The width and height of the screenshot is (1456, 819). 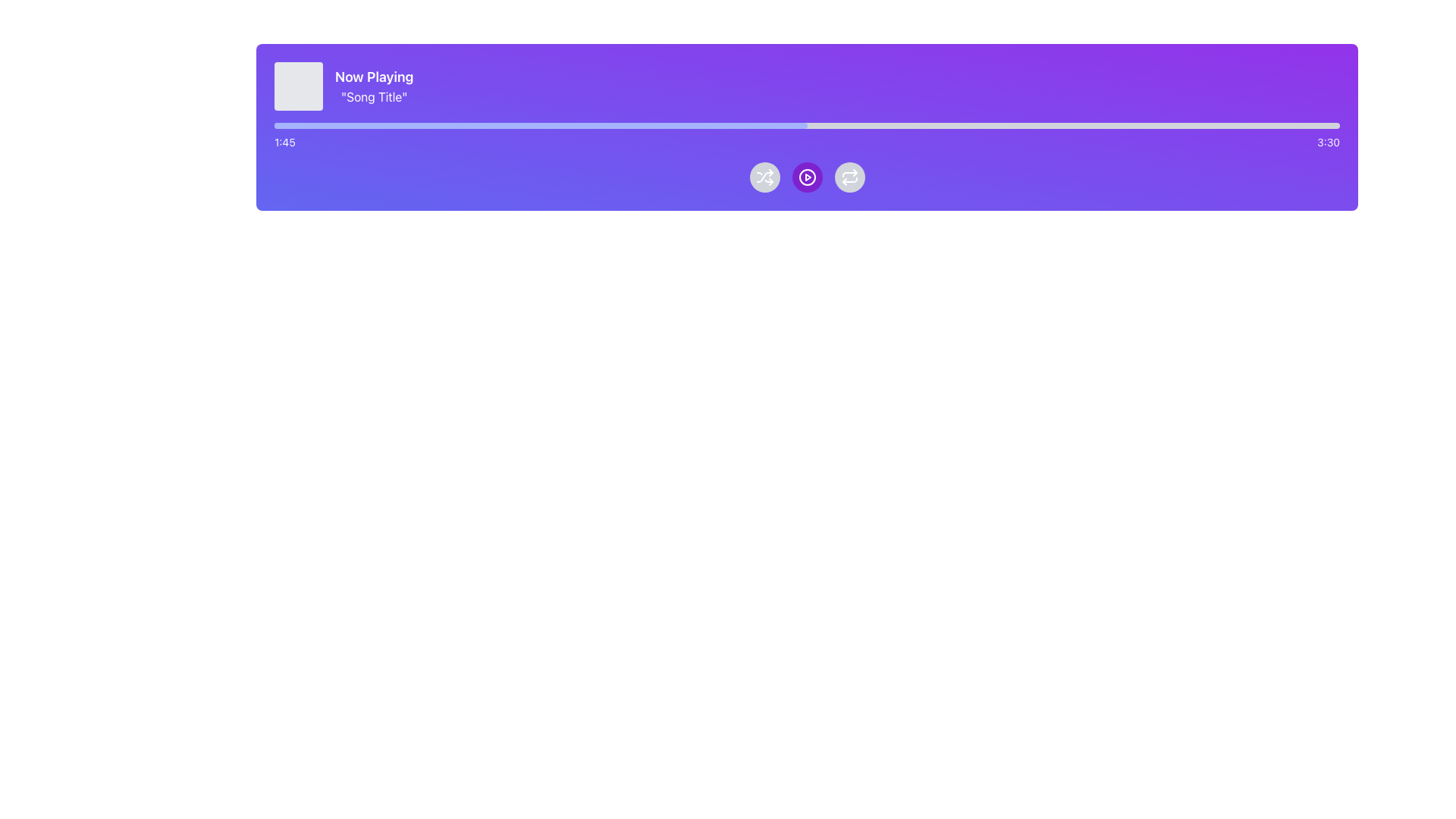 I want to click on the progress bar, which has a gray background and indigo filling, to seek a different playback position, so click(x=806, y=136).